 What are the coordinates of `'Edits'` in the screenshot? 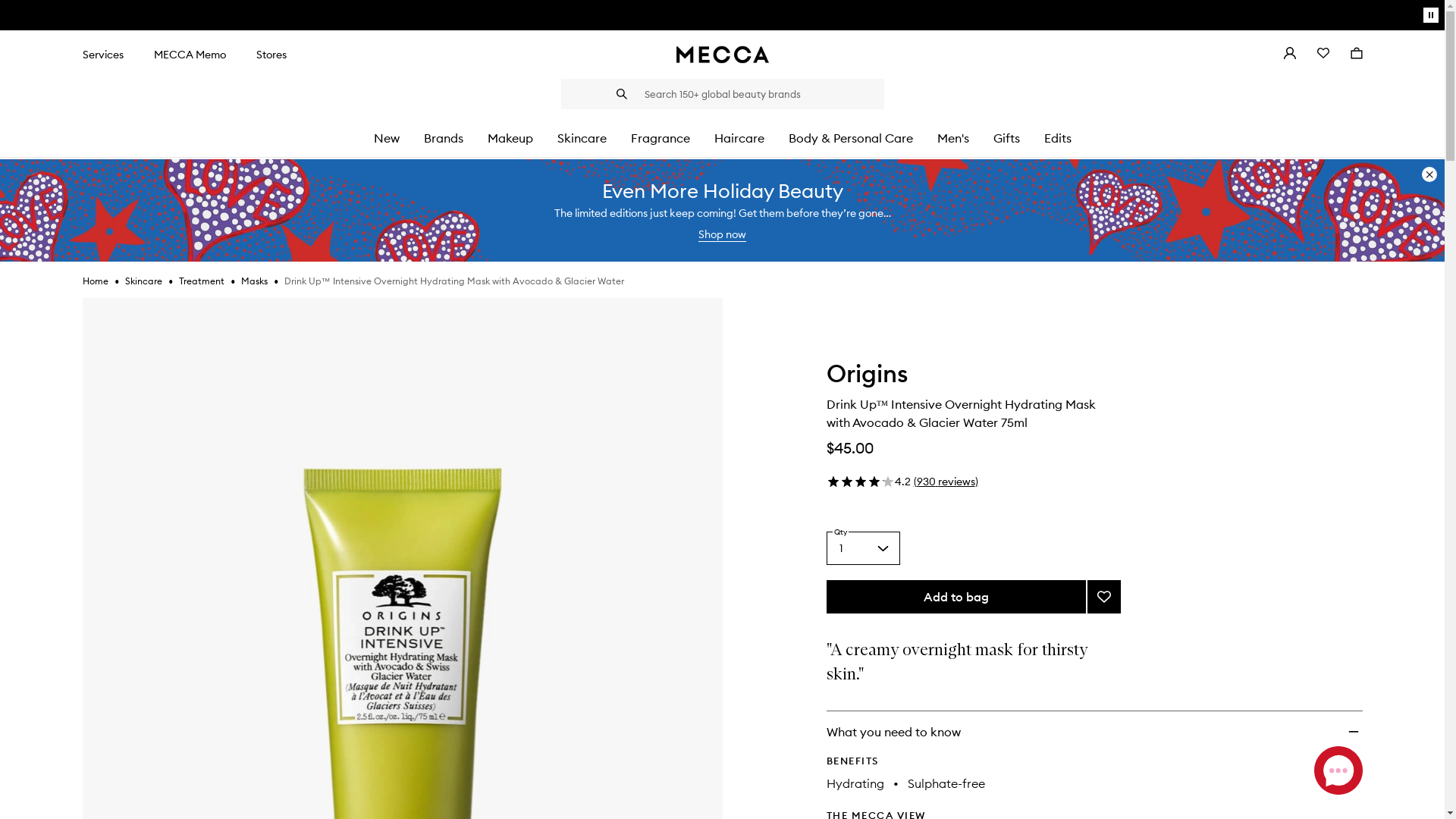 It's located at (1043, 138).